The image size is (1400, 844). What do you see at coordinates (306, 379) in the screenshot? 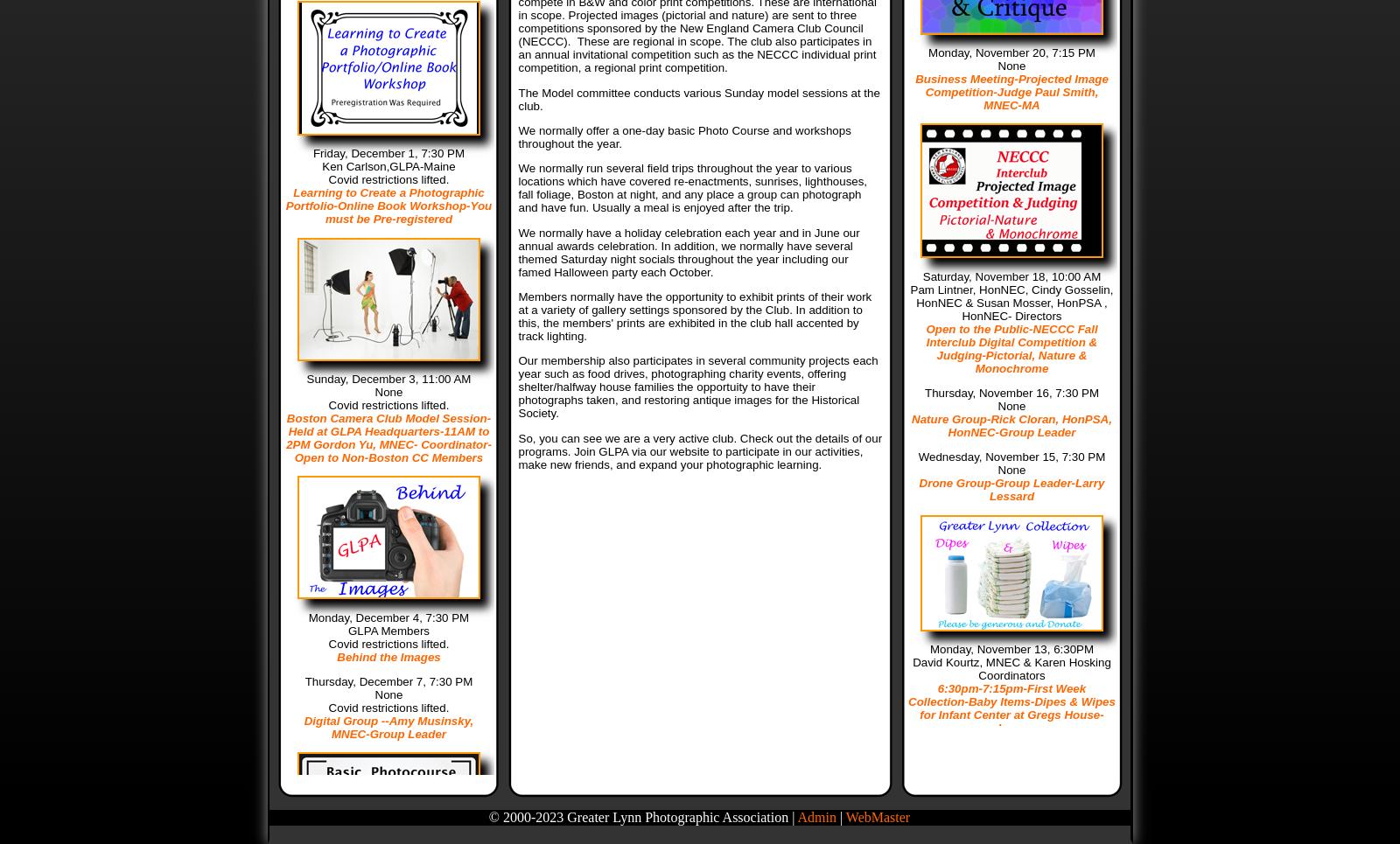
I see `'Sunday, December 3, 11:00 AM'` at bounding box center [306, 379].